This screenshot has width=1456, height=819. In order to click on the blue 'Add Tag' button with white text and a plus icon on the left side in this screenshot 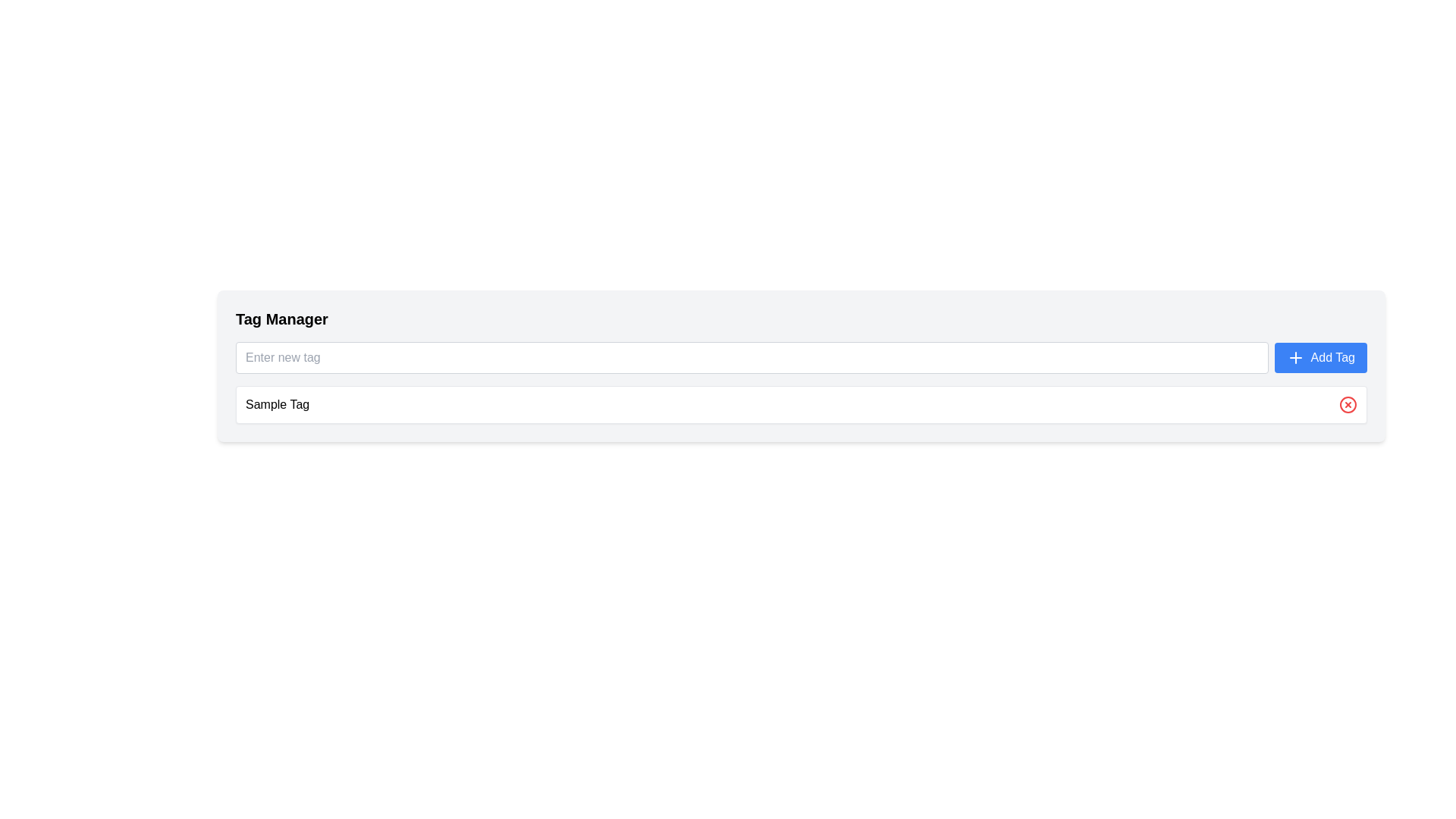, I will do `click(1319, 357)`.